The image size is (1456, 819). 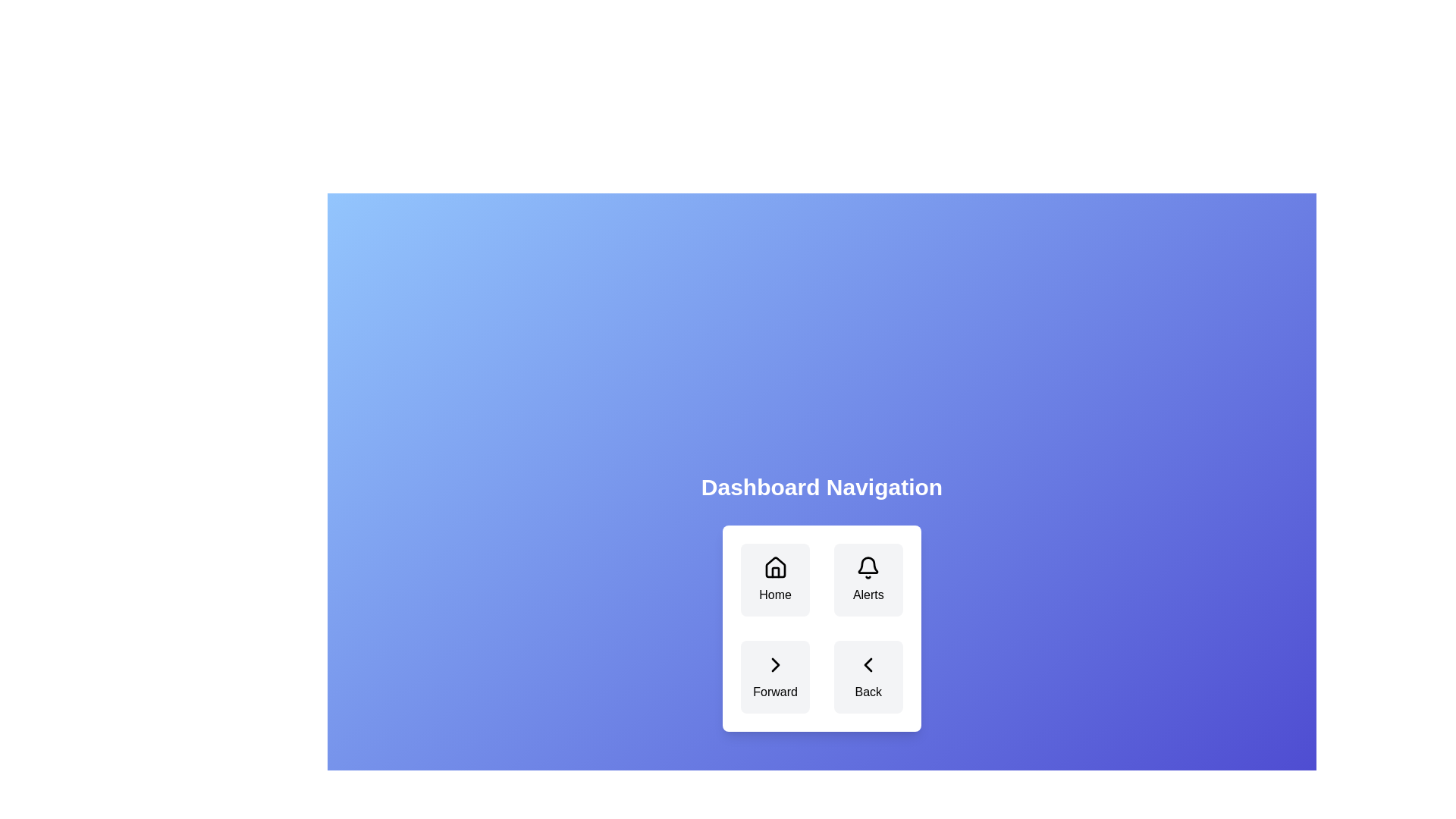 I want to click on the 'Dashboard Navigation' text label, which is styled in bold, large white font and positioned at the top center of the navigation section, so click(x=821, y=488).